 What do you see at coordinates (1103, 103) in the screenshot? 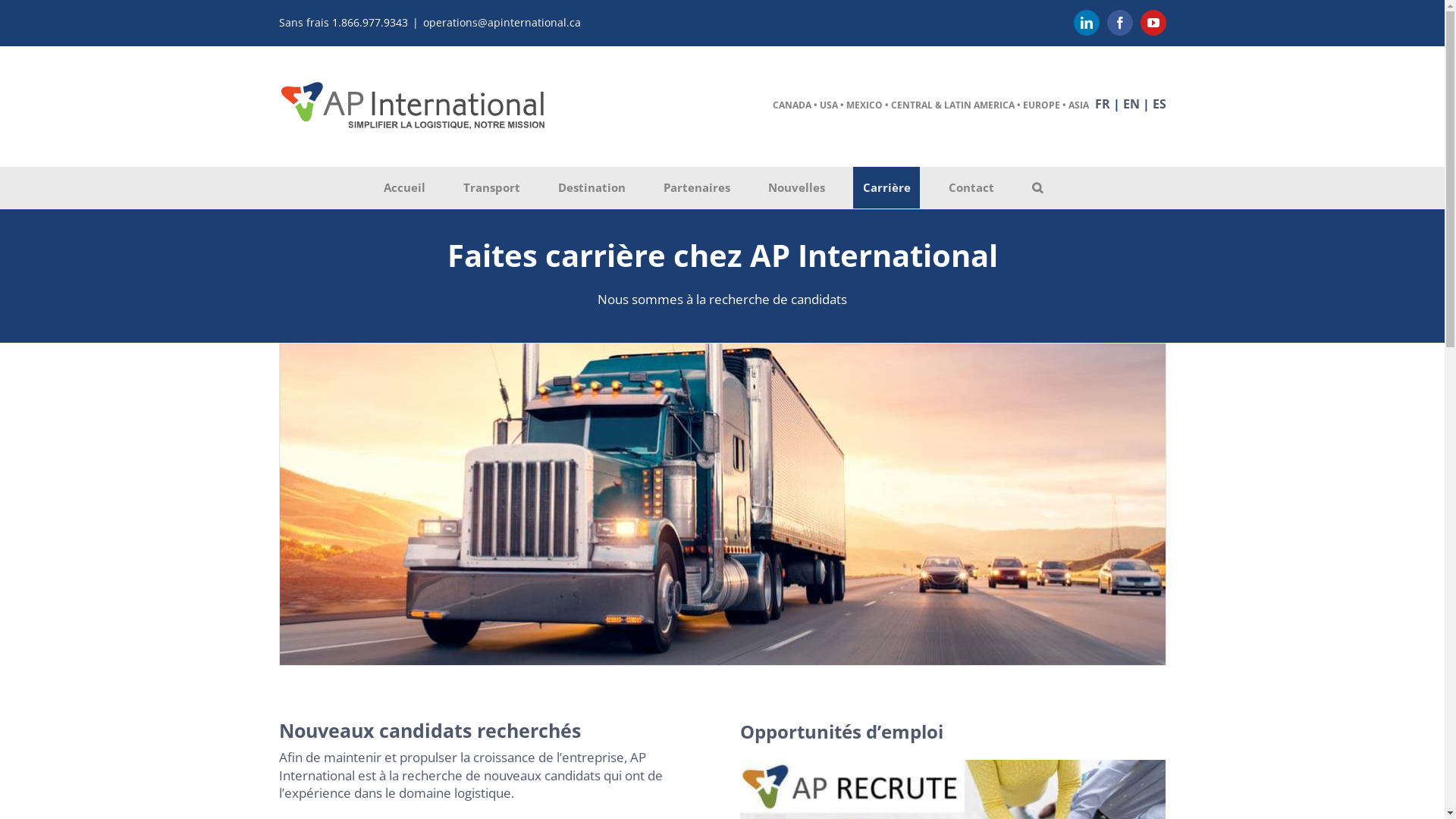
I see `'FR'` at bounding box center [1103, 103].